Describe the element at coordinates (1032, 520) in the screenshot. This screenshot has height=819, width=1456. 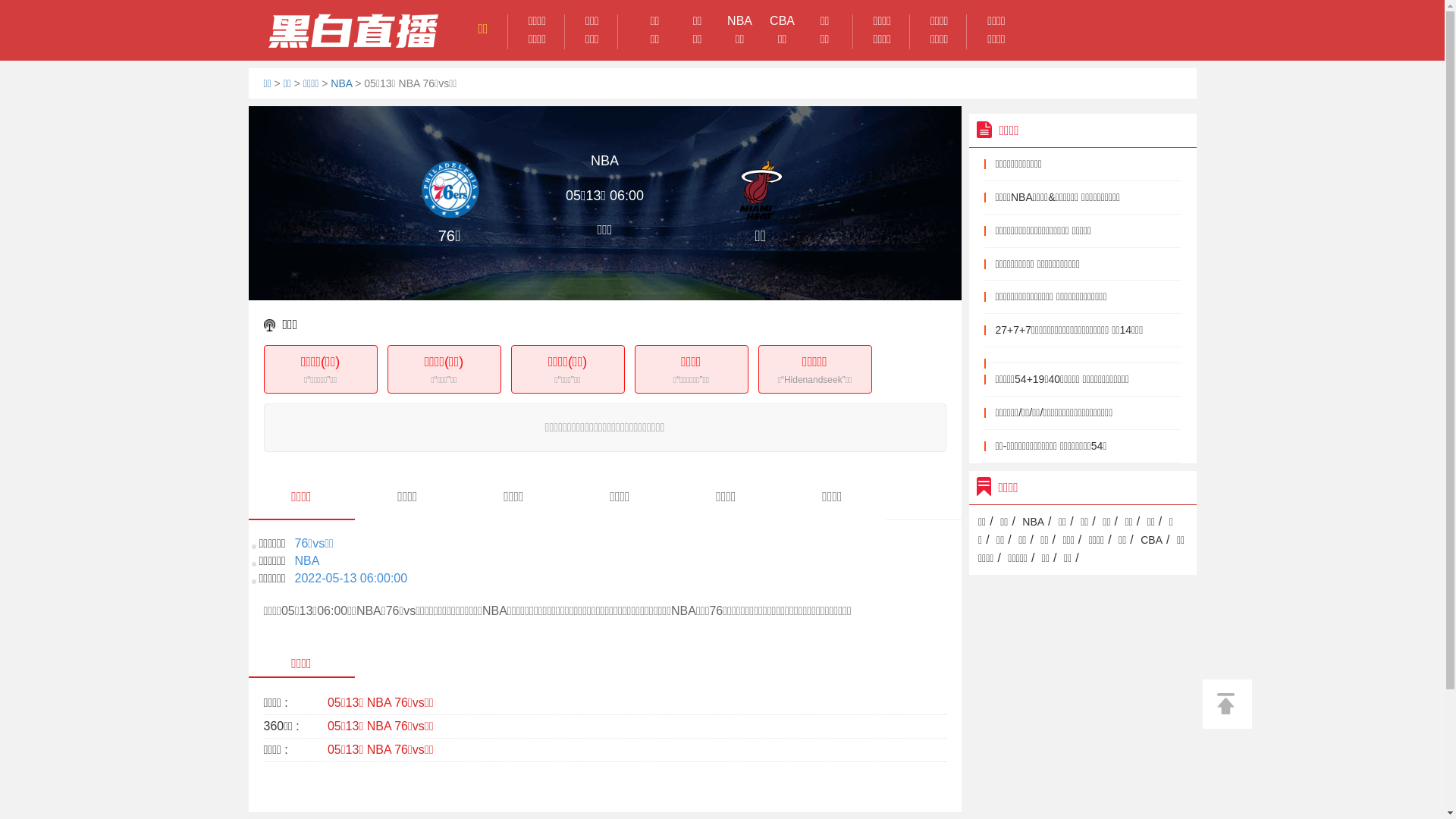
I see `'NBA'` at that location.